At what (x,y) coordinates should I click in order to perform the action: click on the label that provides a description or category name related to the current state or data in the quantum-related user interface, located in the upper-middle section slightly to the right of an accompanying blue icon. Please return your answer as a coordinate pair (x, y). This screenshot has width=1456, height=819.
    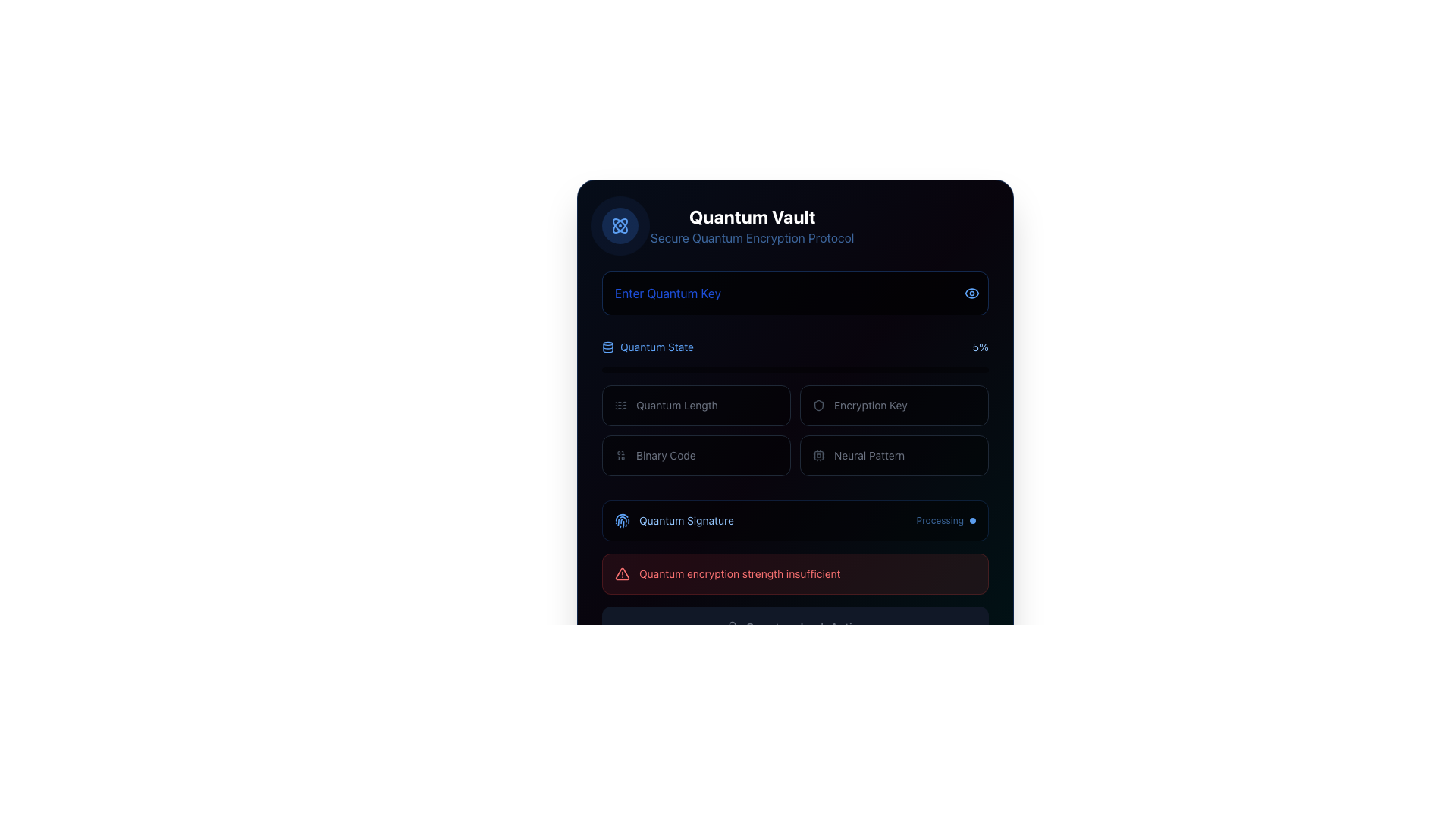
    Looking at the image, I should click on (657, 347).